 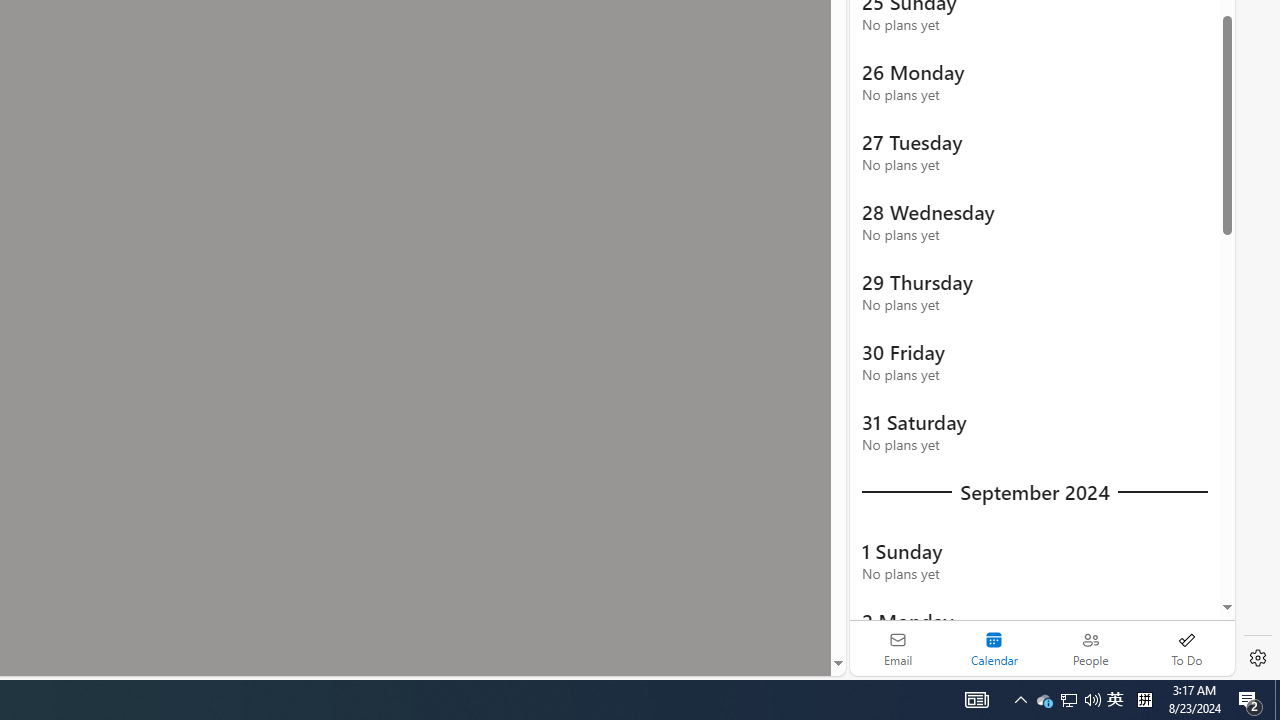 What do you see at coordinates (1186, 648) in the screenshot?
I see `'To Do'` at bounding box center [1186, 648].